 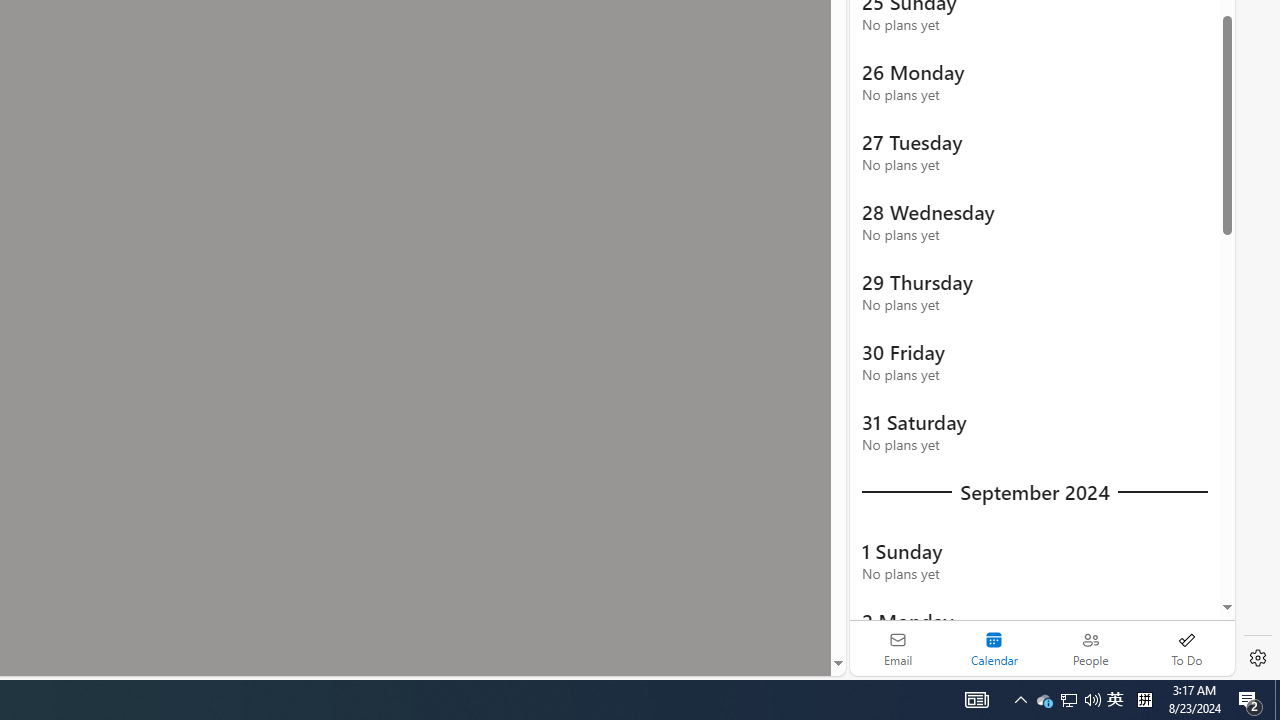 What do you see at coordinates (1186, 648) in the screenshot?
I see `'To Do'` at bounding box center [1186, 648].